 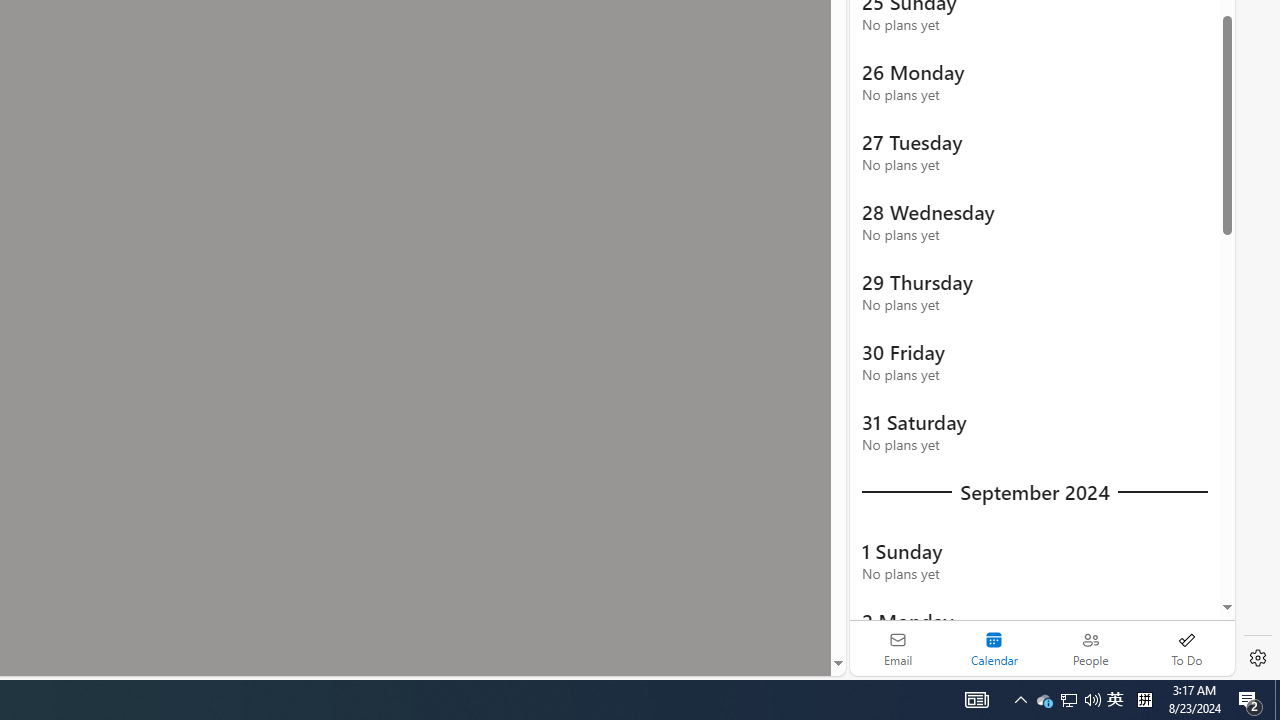 What do you see at coordinates (1186, 648) in the screenshot?
I see `'To Do'` at bounding box center [1186, 648].